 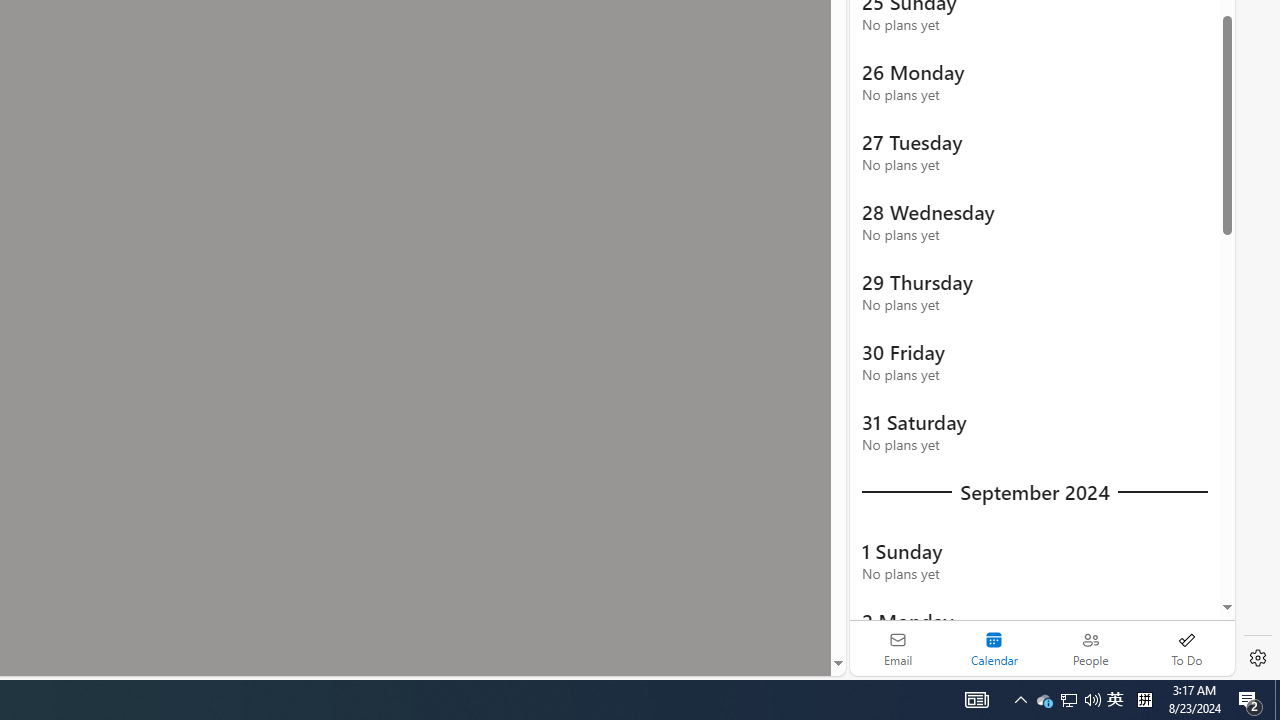 What do you see at coordinates (1186, 648) in the screenshot?
I see `'To Do'` at bounding box center [1186, 648].